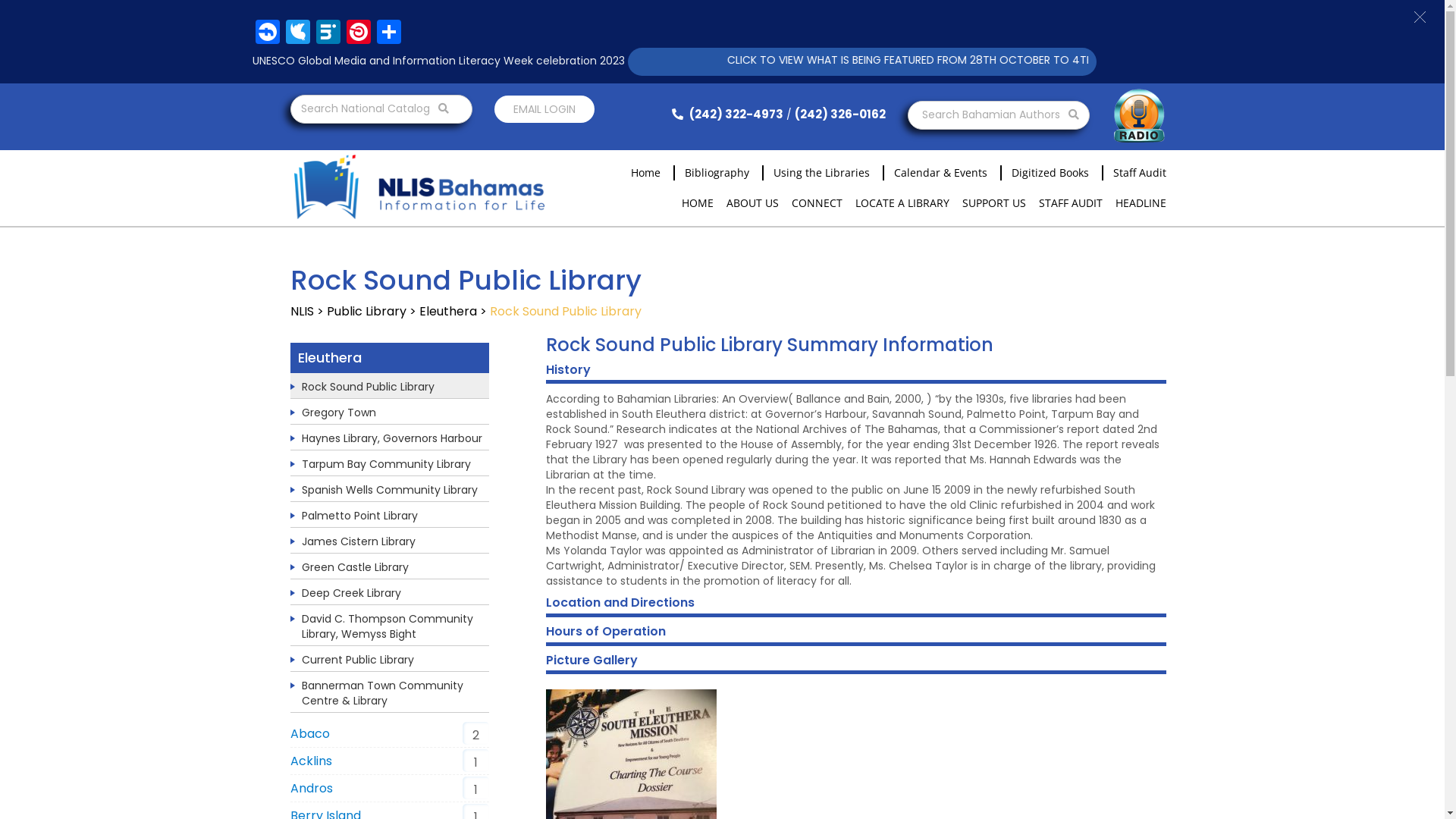 Image resolution: width=1456 pixels, height=819 pixels. What do you see at coordinates (1001, 171) in the screenshot?
I see `'Digitized Books'` at bounding box center [1001, 171].